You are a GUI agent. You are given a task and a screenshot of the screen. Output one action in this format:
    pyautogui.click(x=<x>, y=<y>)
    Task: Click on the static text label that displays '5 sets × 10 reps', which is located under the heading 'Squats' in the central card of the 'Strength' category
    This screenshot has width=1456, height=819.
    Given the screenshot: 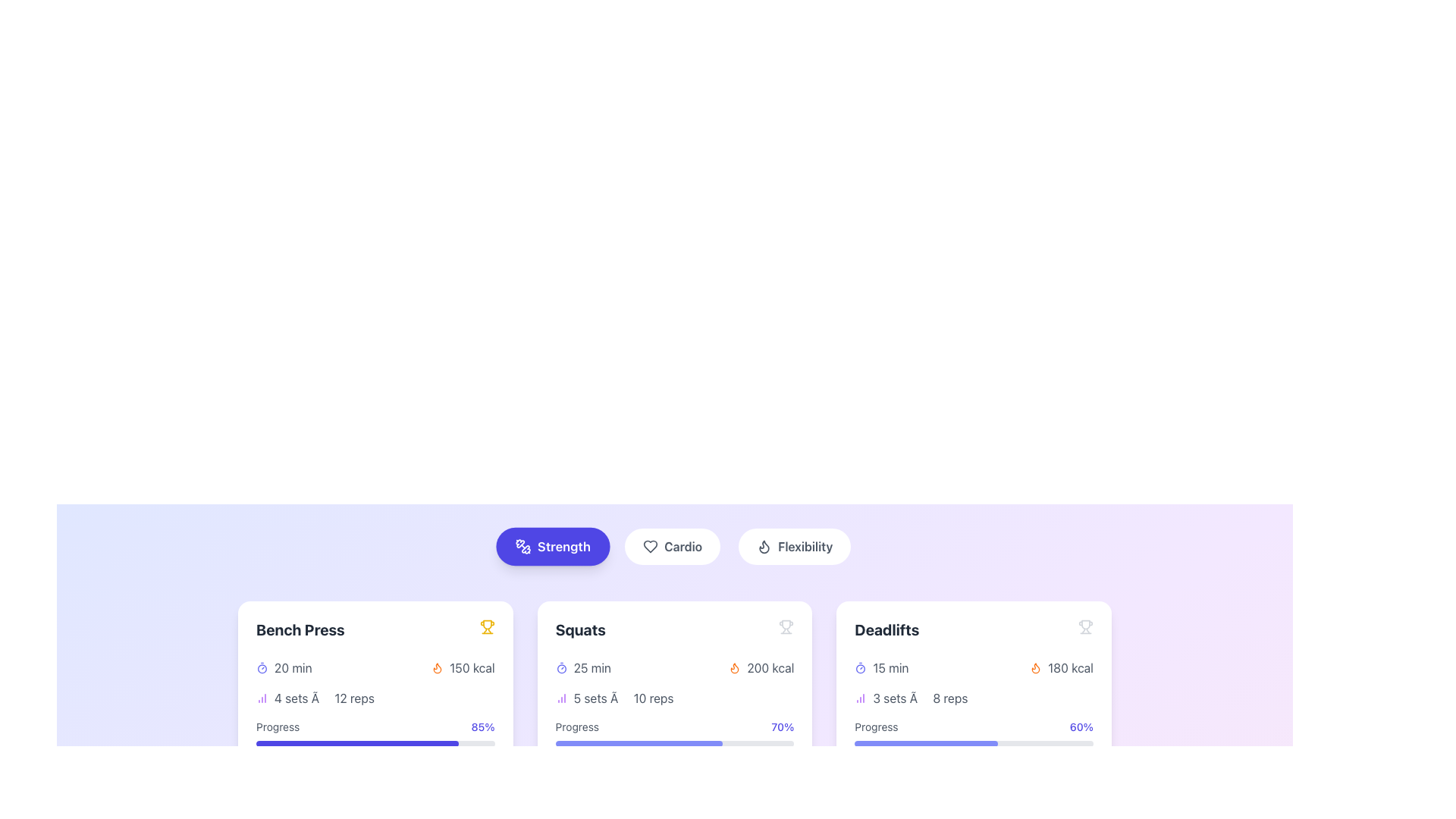 What is the action you would take?
    pyautogui.click(x=623, y=698)
    